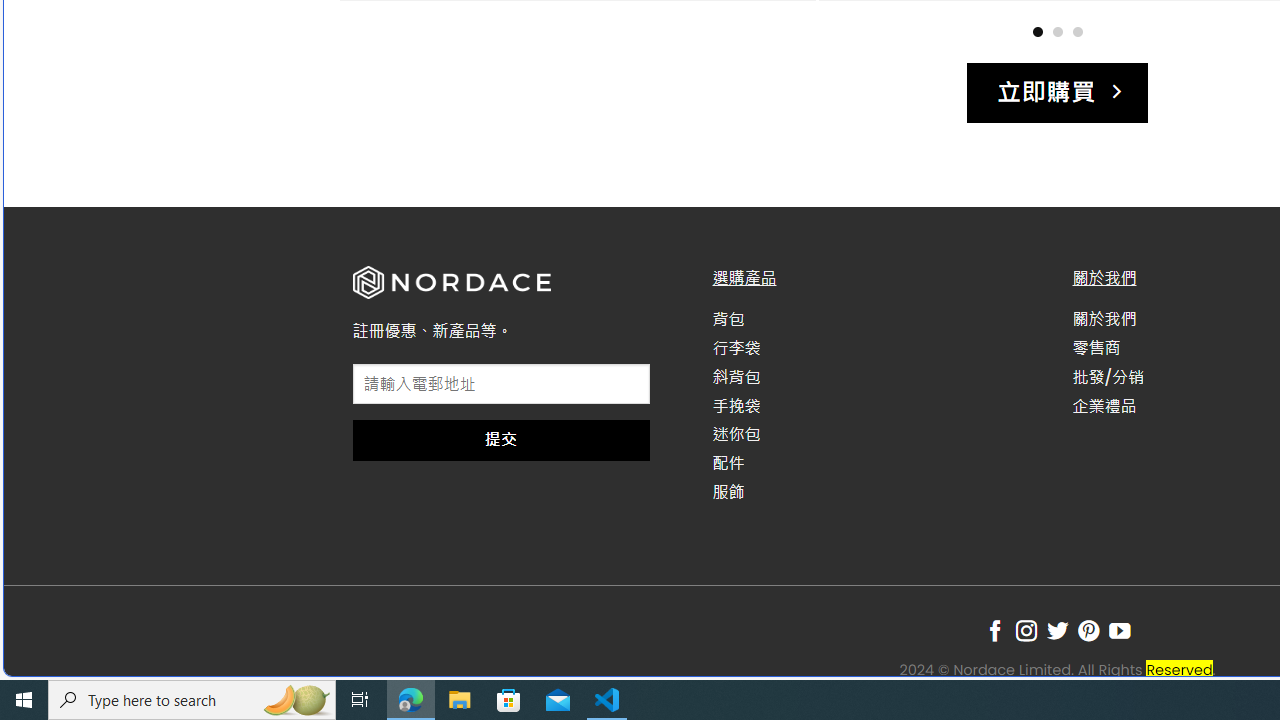 This screenshot has height=720, width=1280. I want to click on 'Follow on Pinterest', so click(1087, 631).